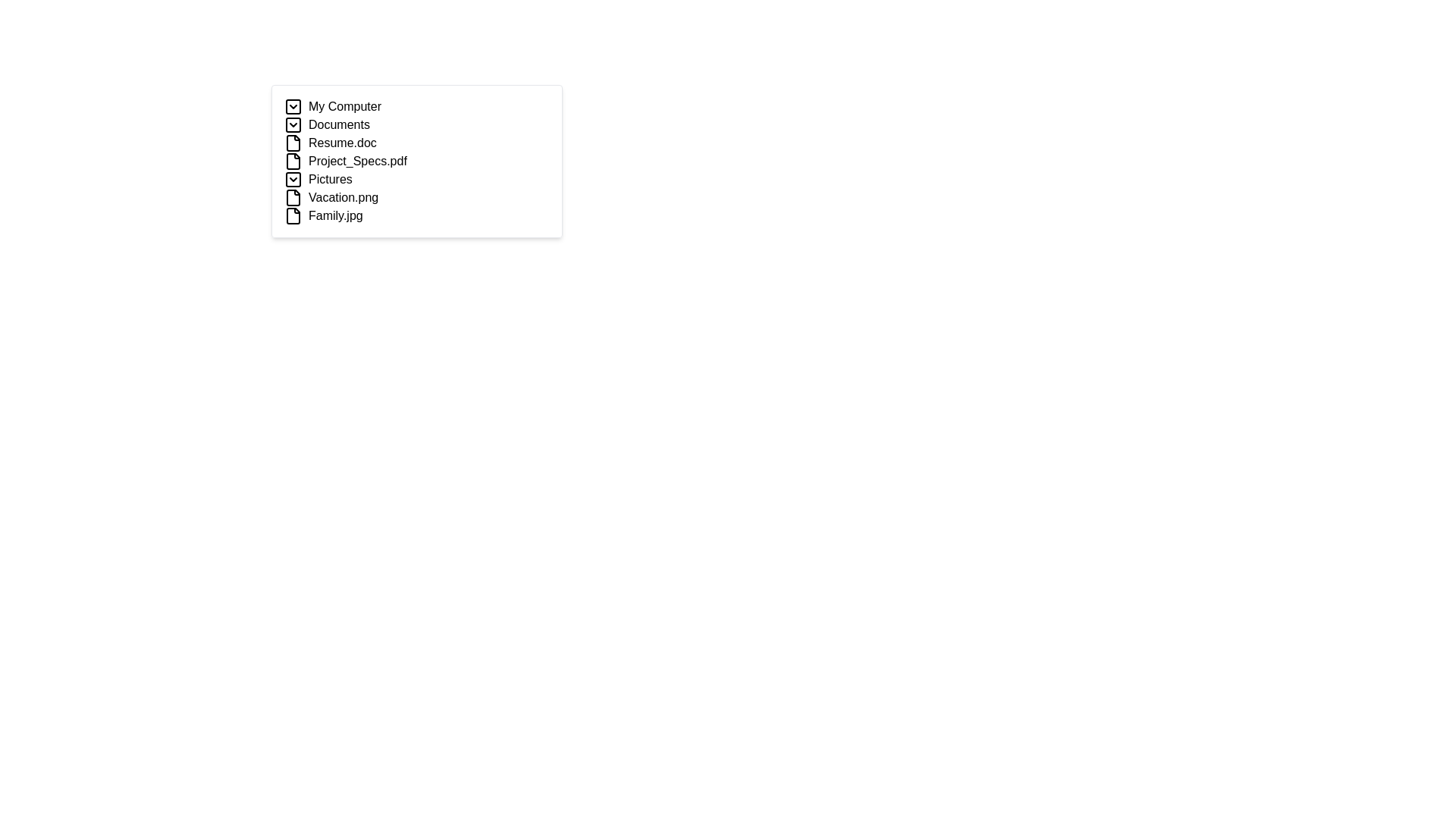 This screenshot has height=819, width=1456. Describe the element at coordinates (417, 161) in the screenshot. I see `the List item representing the file 'Project_Specs.pdf'` at that location.